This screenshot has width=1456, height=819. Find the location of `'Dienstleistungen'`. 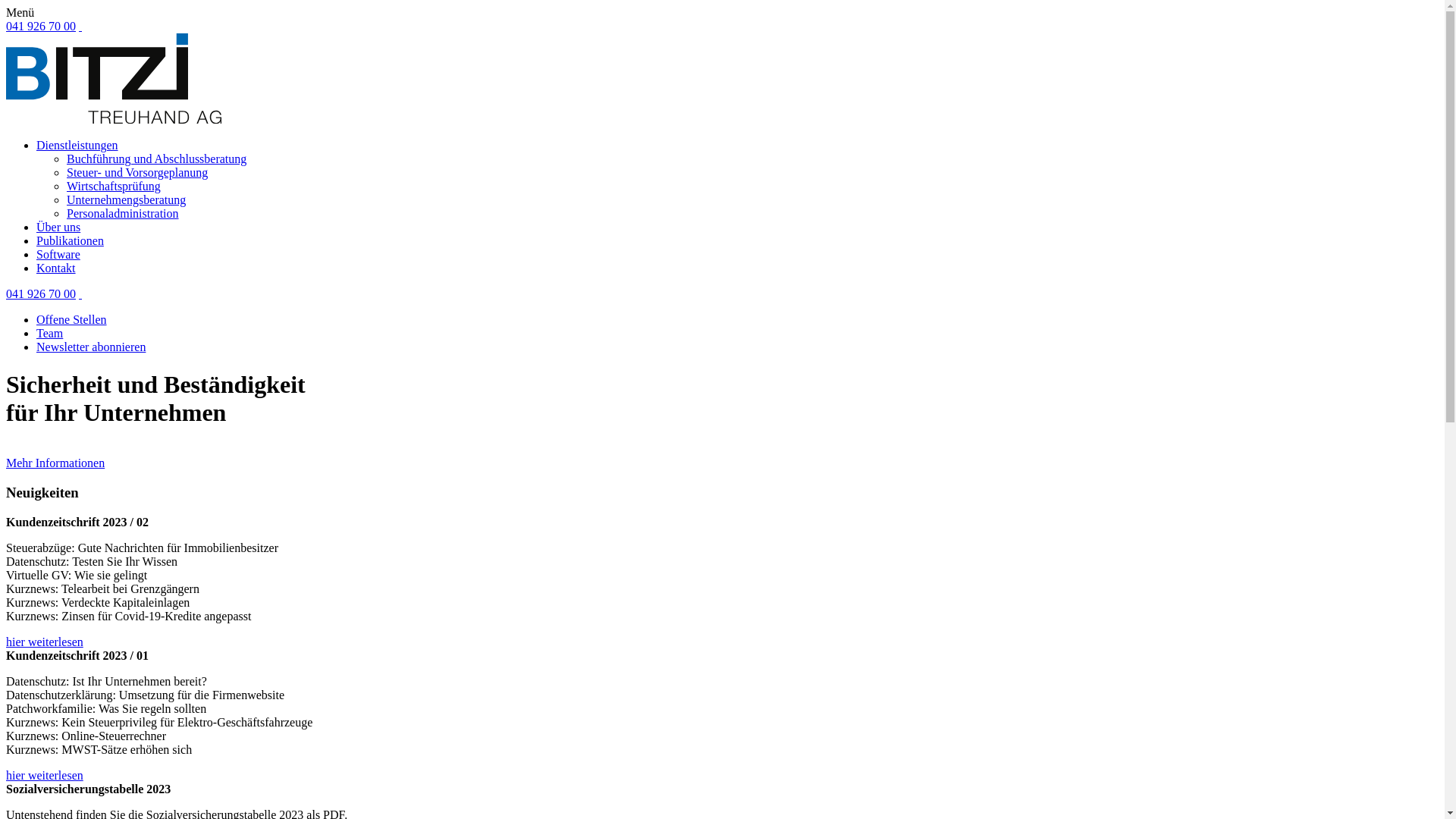

'Dienstleistungen' is located at coordinates (76, 145).